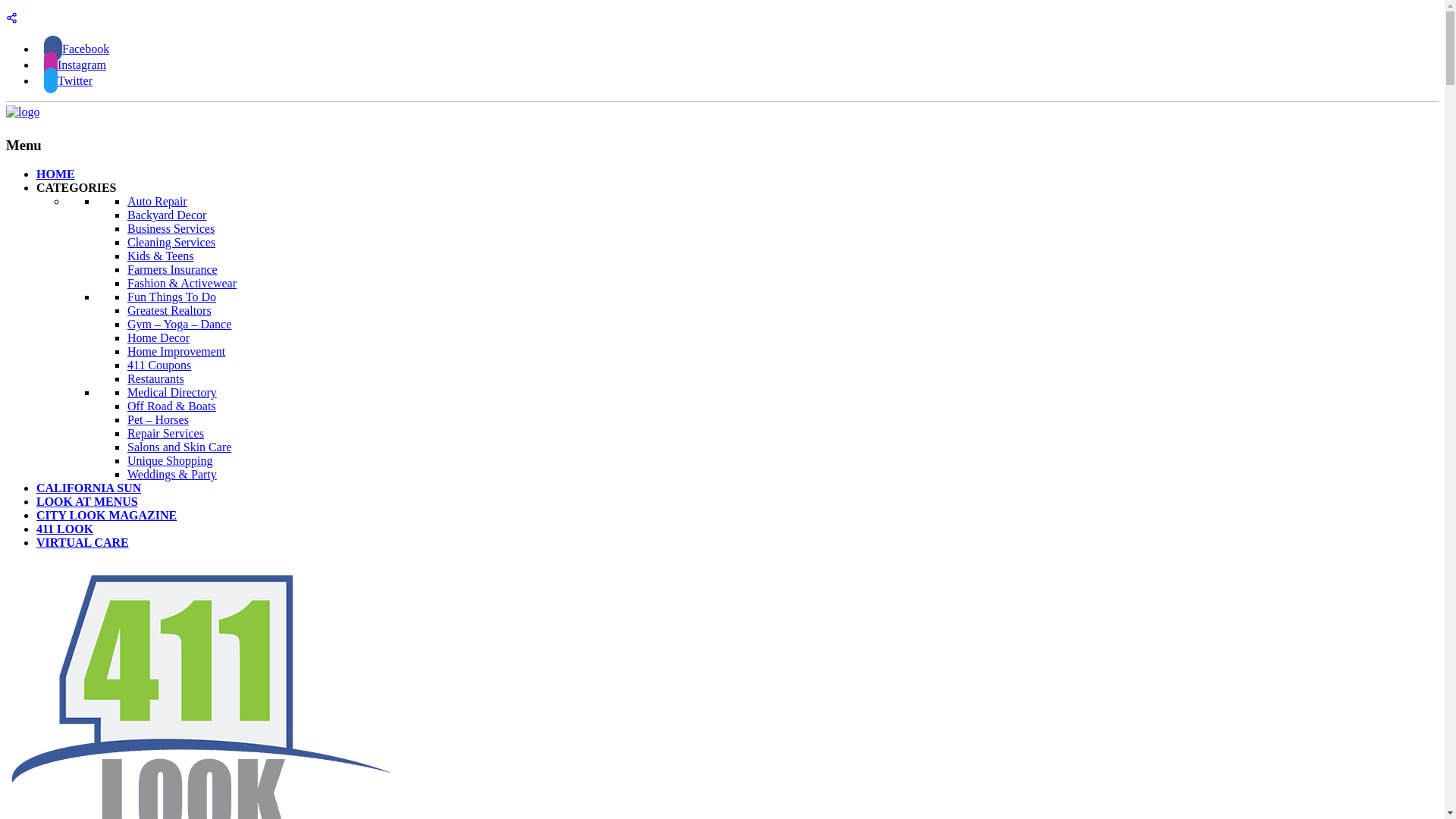 The height and width of the screenshot is (819, 1456). What do you see at coordinates (179, 446) in the screenshot?
I see `'Salons and Skin Care'` at bounding box center [179, 446].